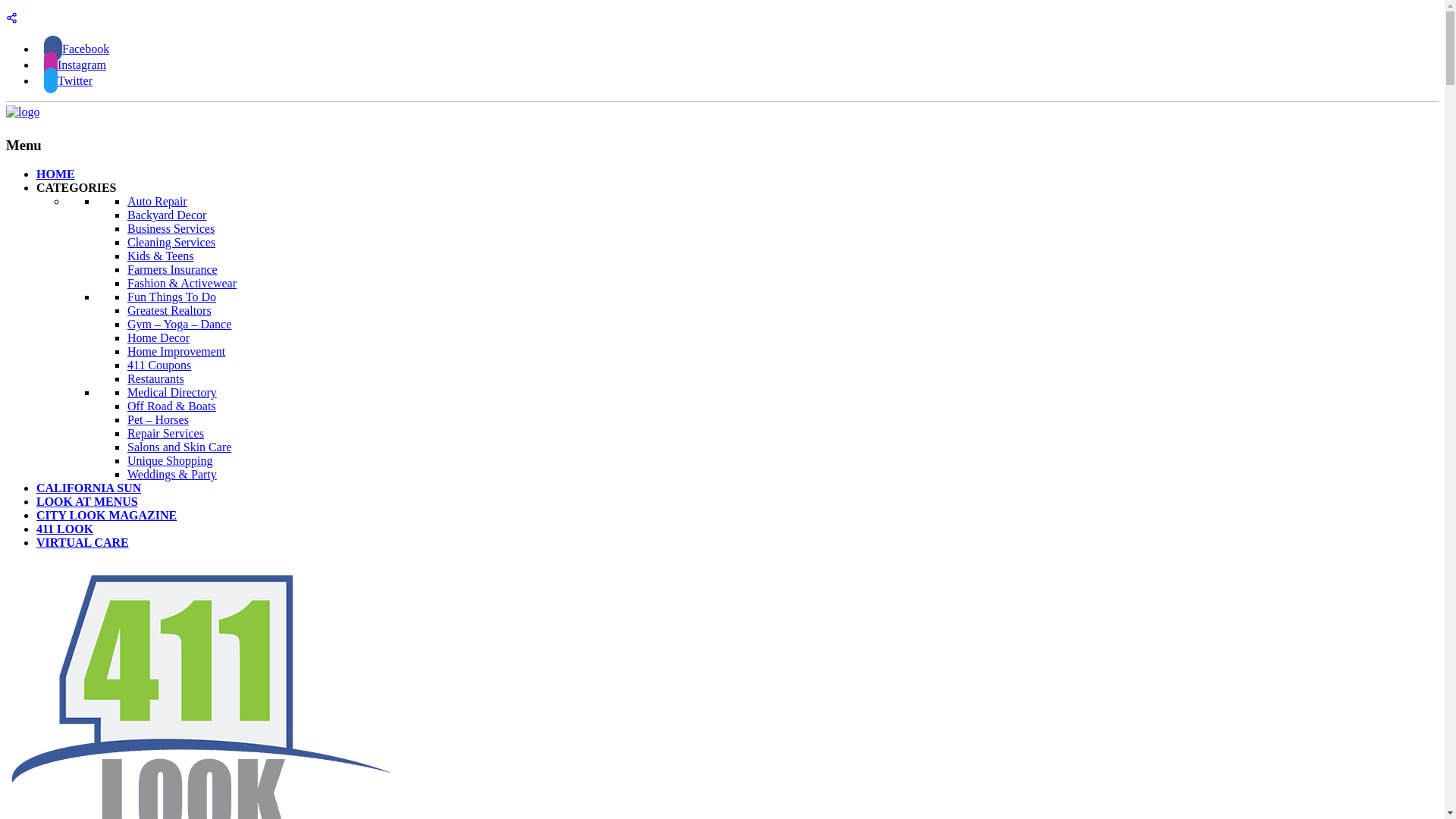 The height and width of the screenshot is (819, 1456). What do you see at coordinates (179, 446) in the screenshot?
I see `'Salons and Skin Care'` at bounding box center [179, 446].